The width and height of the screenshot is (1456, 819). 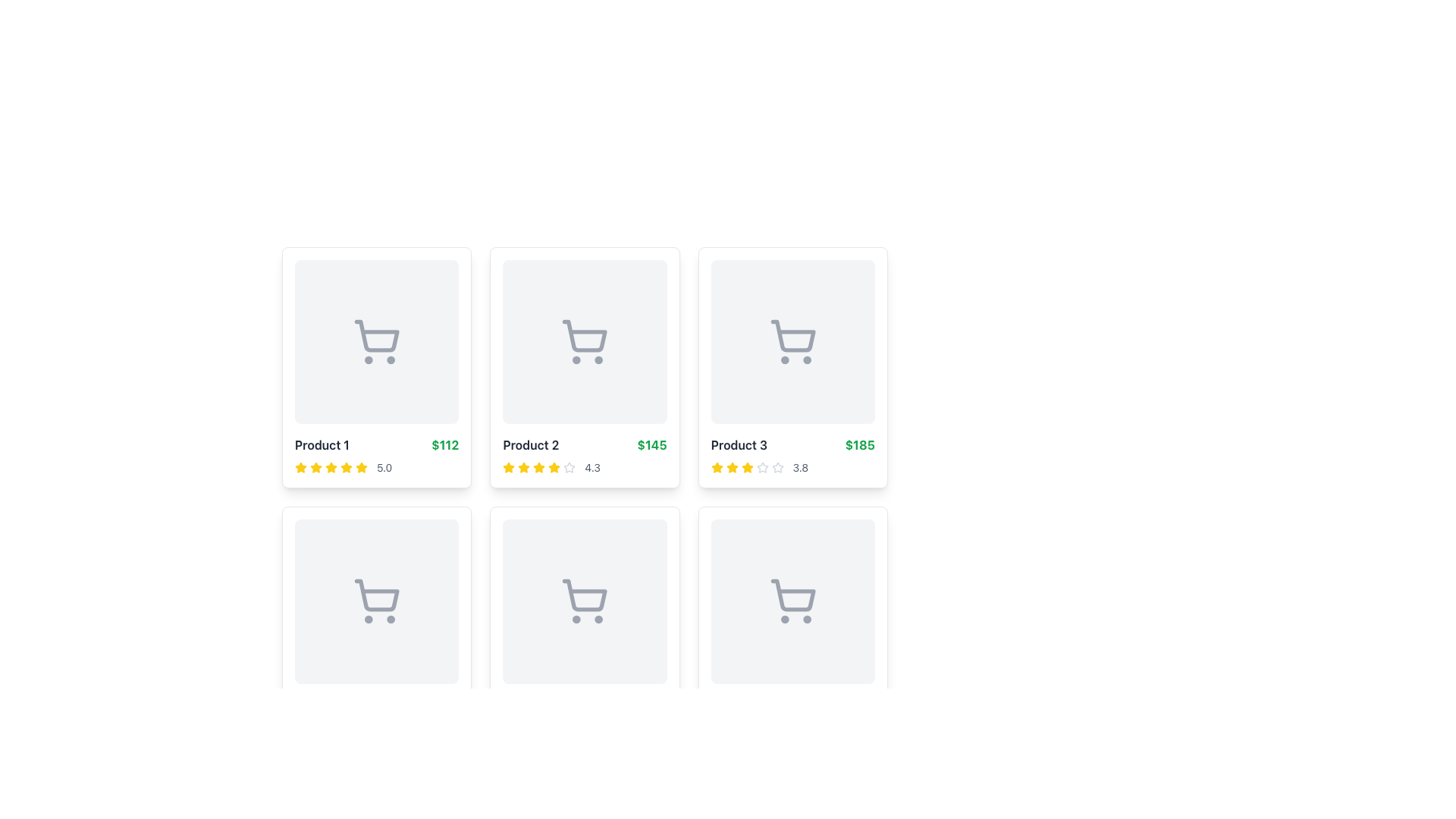 What do you see at coordinates (377, 467) in the screenshot?
I see `displayed rating value of the product, which is represented by a rating display with stars and a score text indicating a score of 5.0, located within the card layout for 'Product 1'` at bounding box center [377, 467].